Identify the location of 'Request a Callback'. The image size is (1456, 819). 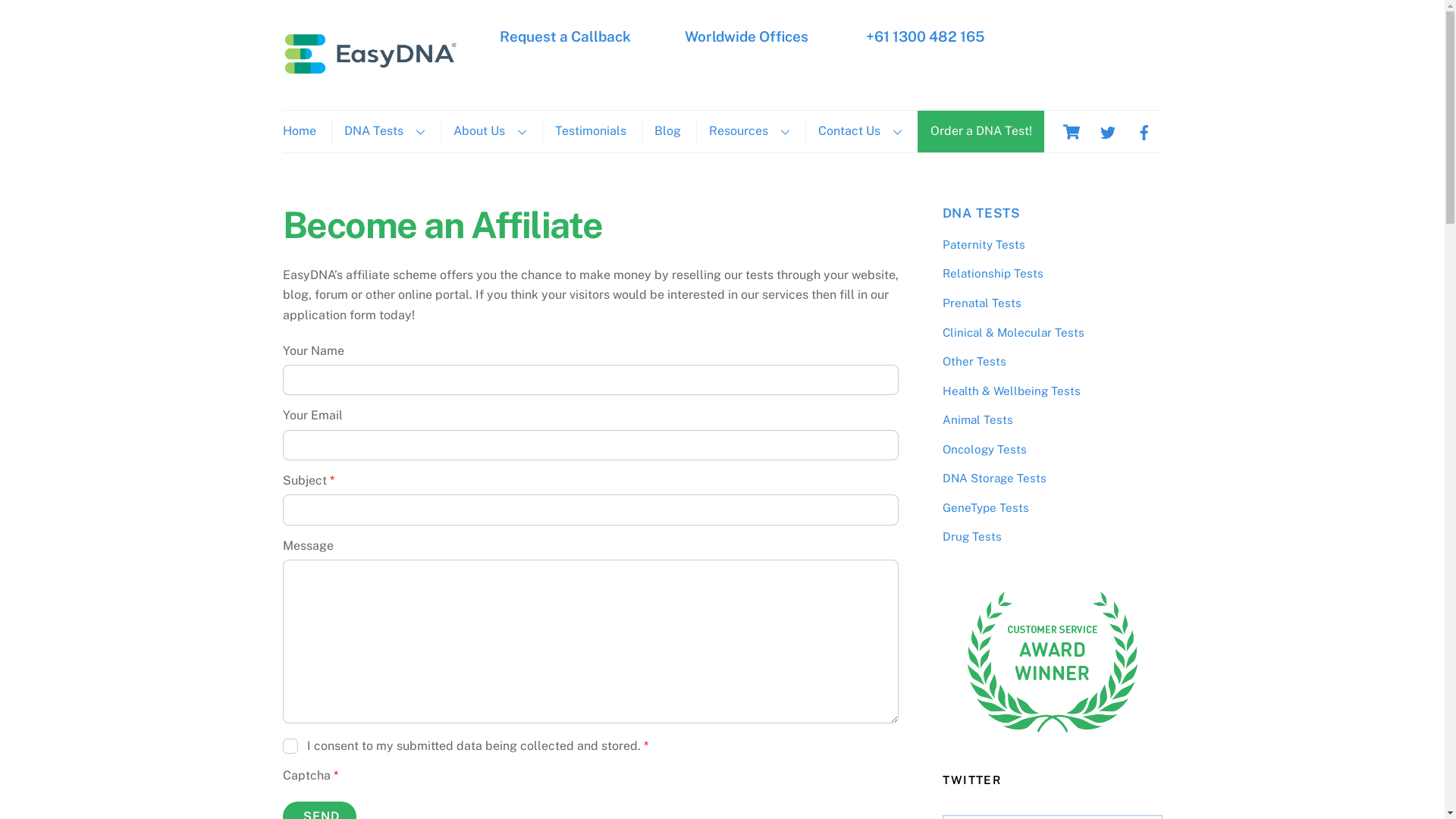
(564, 35).